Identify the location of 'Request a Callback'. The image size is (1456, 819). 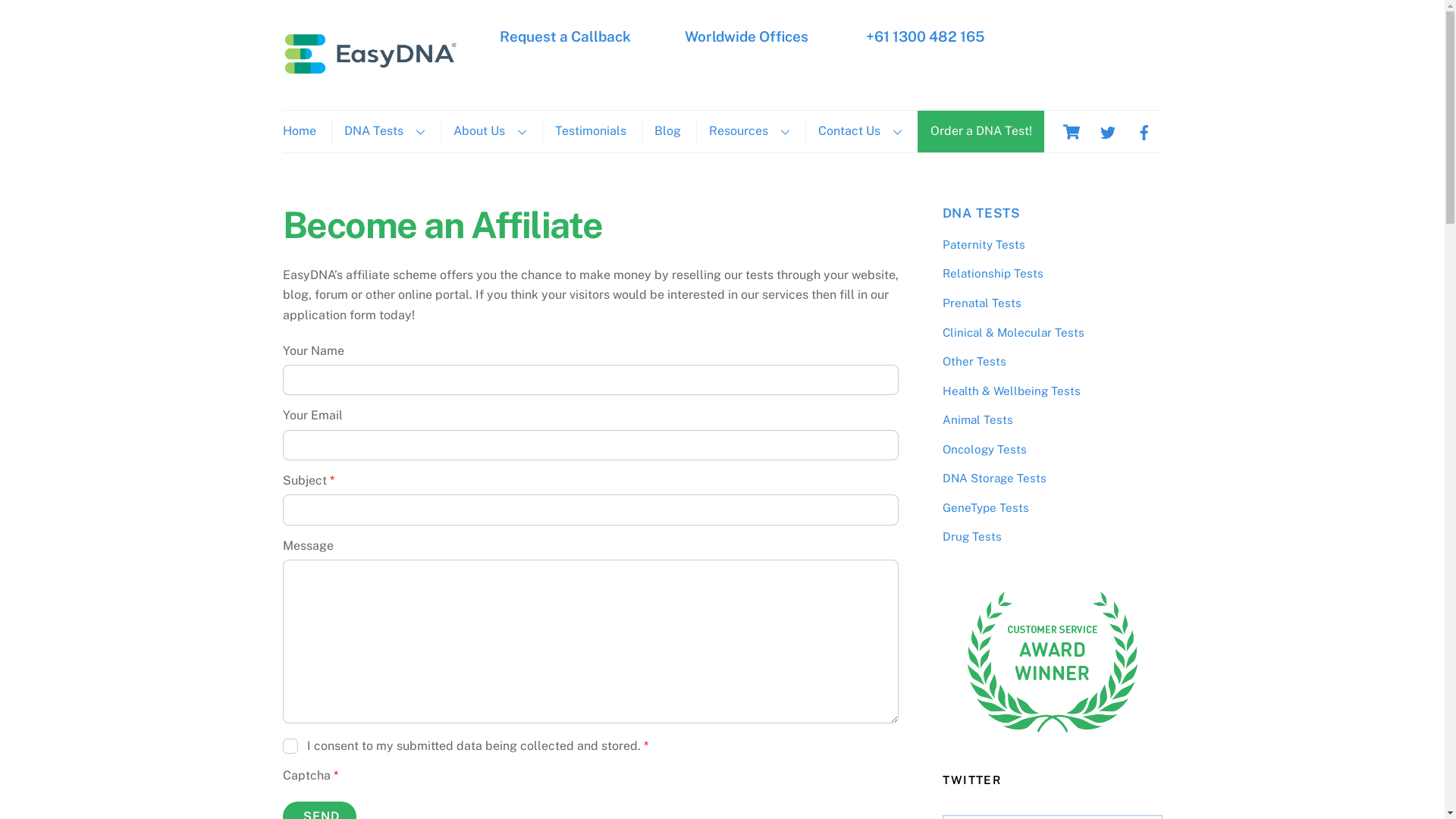
(564, 35).